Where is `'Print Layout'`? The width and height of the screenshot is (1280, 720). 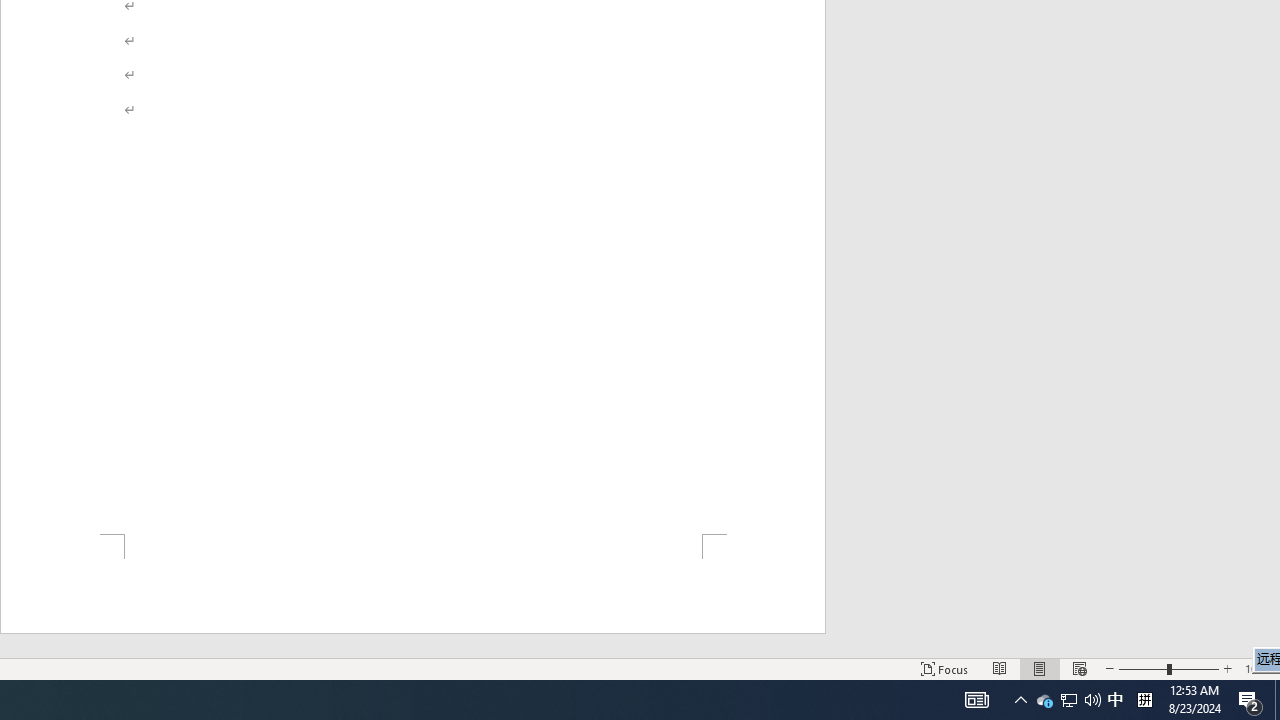 'Print Layout' is located at coordinates (1040, 669).